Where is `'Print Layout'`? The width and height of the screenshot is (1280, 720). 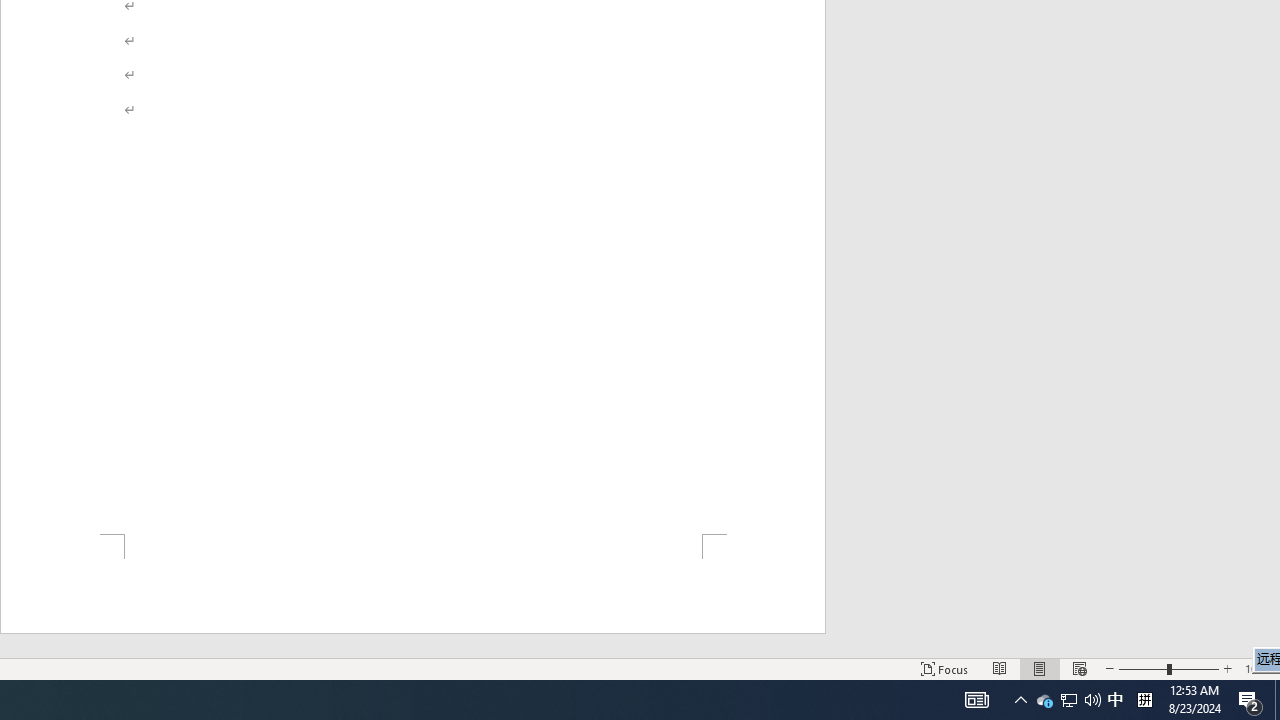 'Print Layout' is located at coordinates (1040, 669).